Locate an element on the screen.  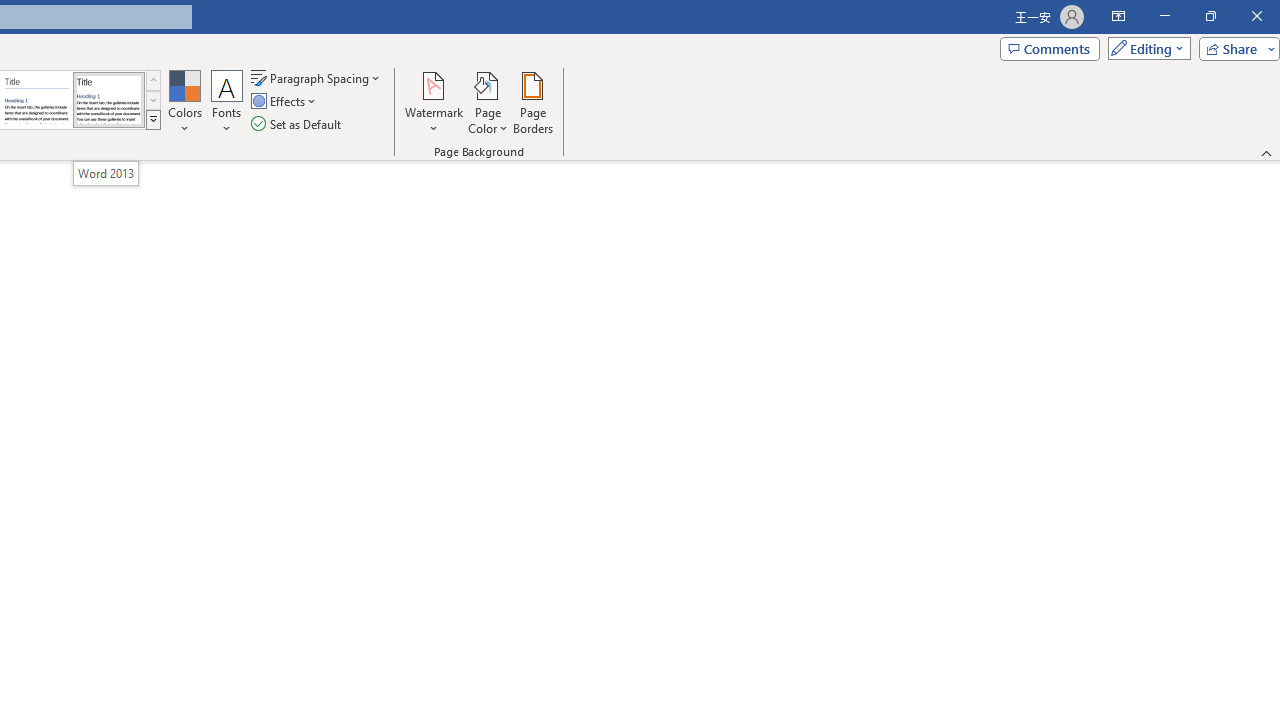
'Word 2013' is located at coordinates (105, 172).